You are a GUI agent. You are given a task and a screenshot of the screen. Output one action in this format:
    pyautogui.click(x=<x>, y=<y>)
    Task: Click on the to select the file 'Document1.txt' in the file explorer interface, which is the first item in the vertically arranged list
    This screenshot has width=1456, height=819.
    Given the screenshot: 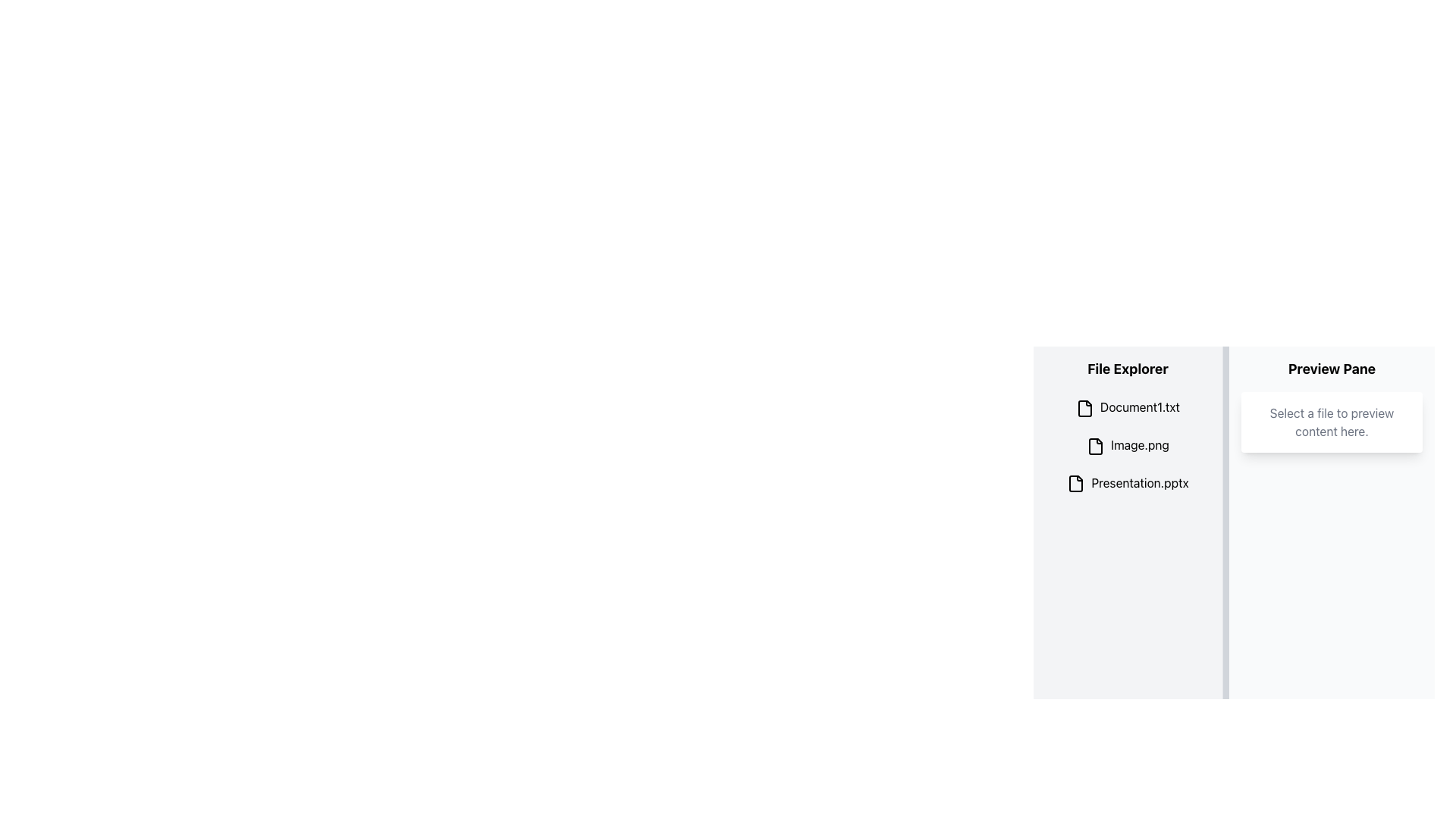 What is the action you would take?
    pyautogui.click(x=1128, y=406)
    